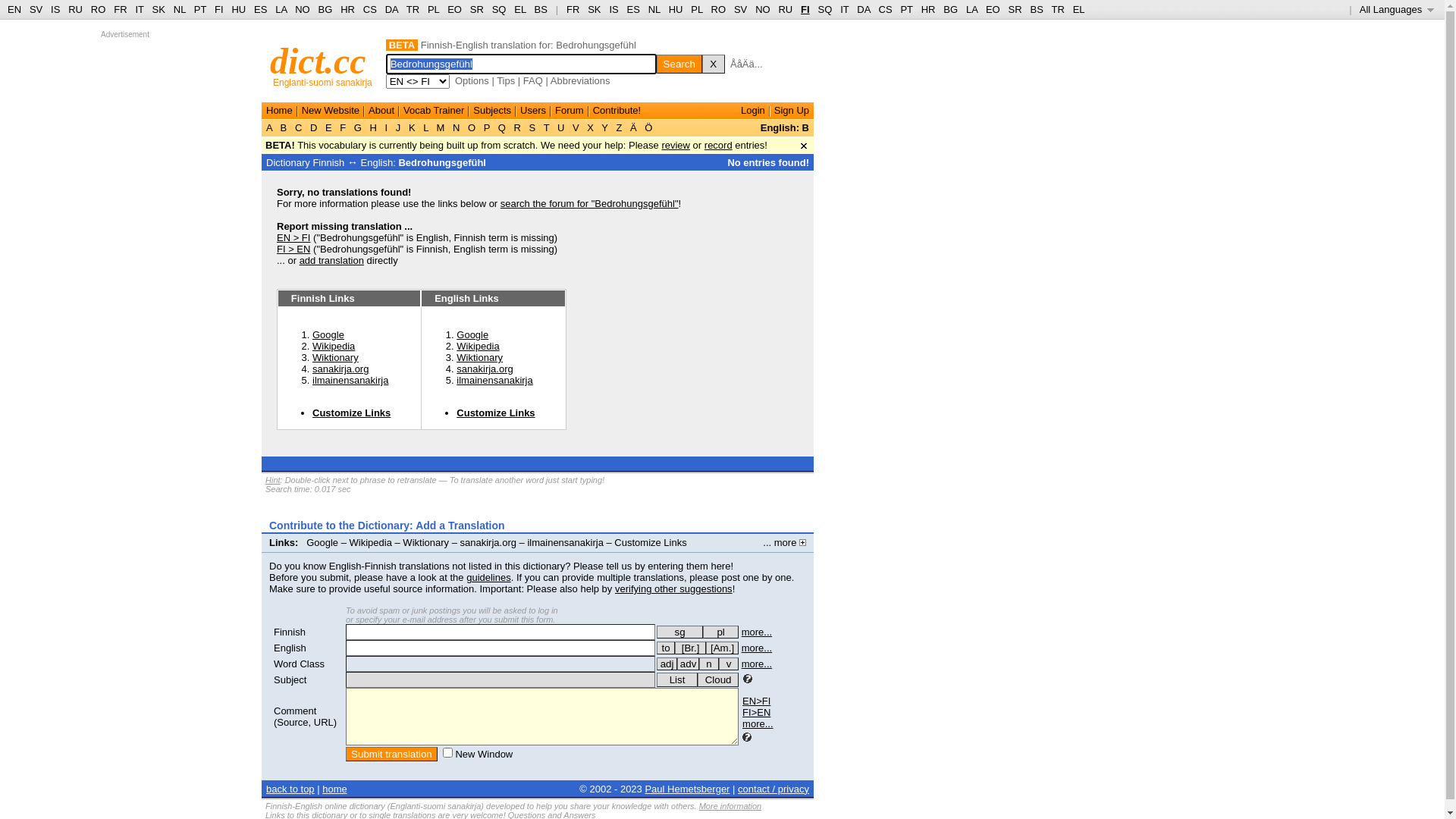  Describe the element at coordinates (381, 109) in the screenshot. I see `'About'` at that location.